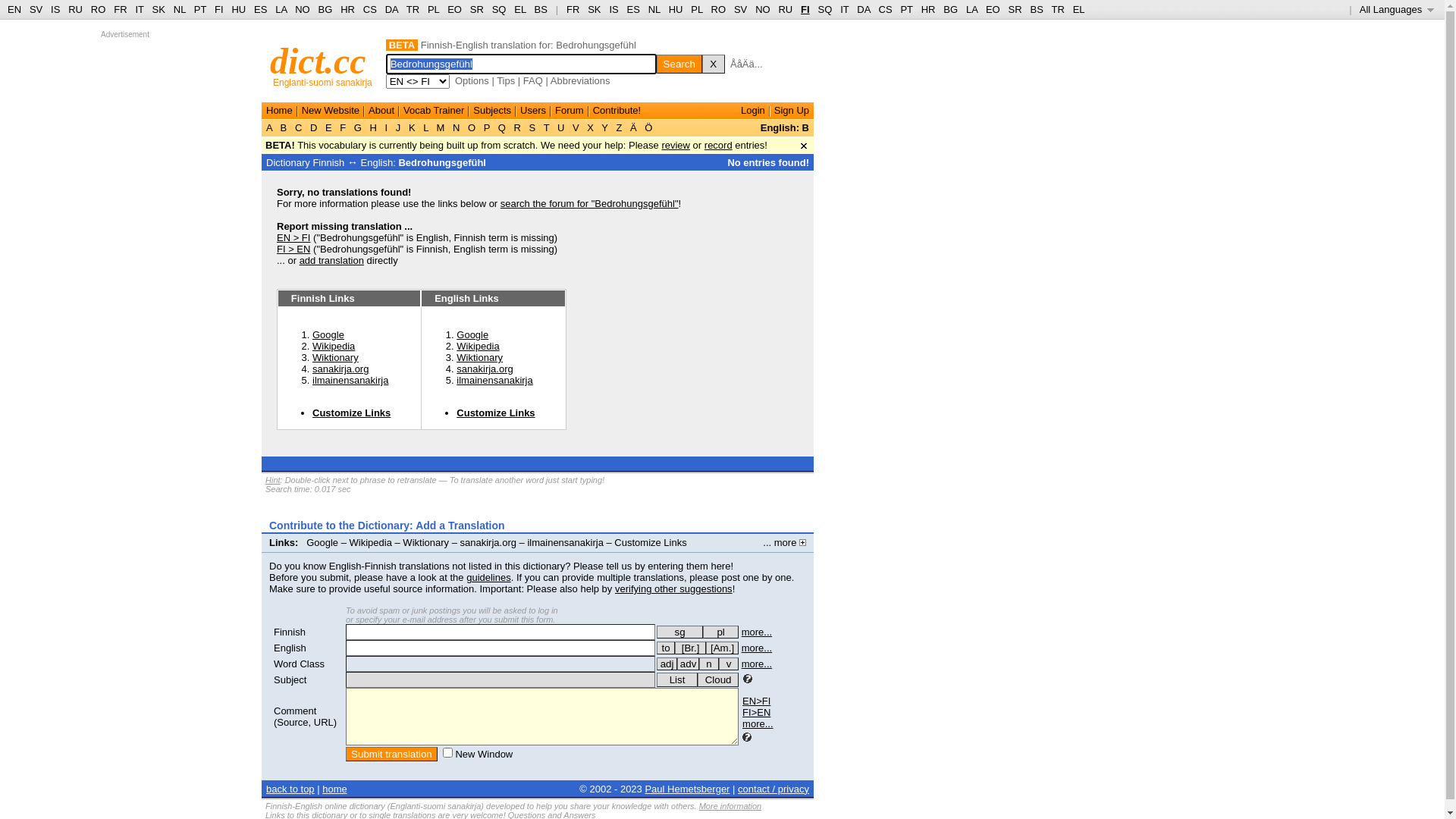  Describe the element at coordinates (381, 109) in the screenshot. I see `'About'` at that location.